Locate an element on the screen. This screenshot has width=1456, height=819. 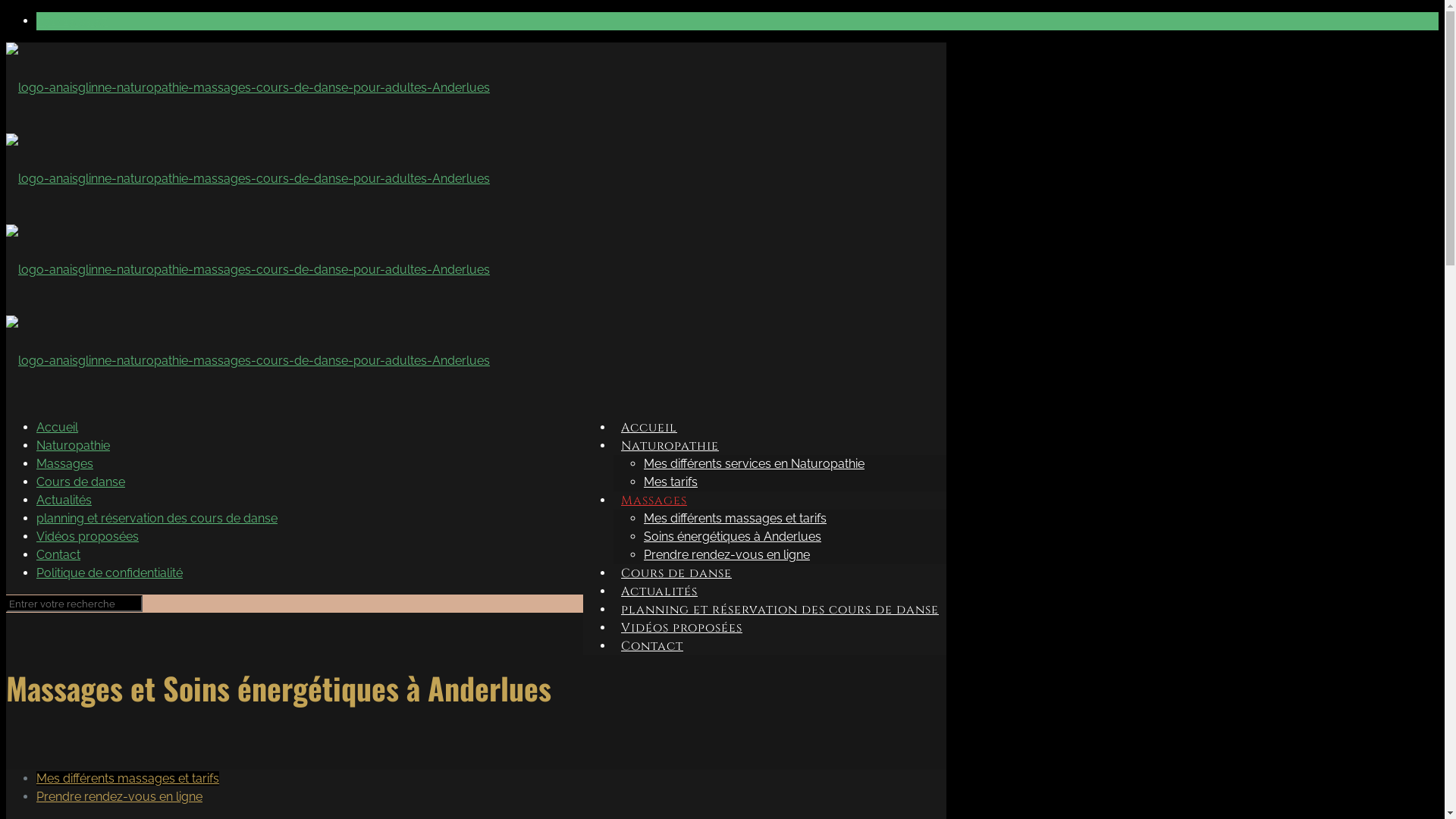
'Accueil' is located at coordinates (57, 427).